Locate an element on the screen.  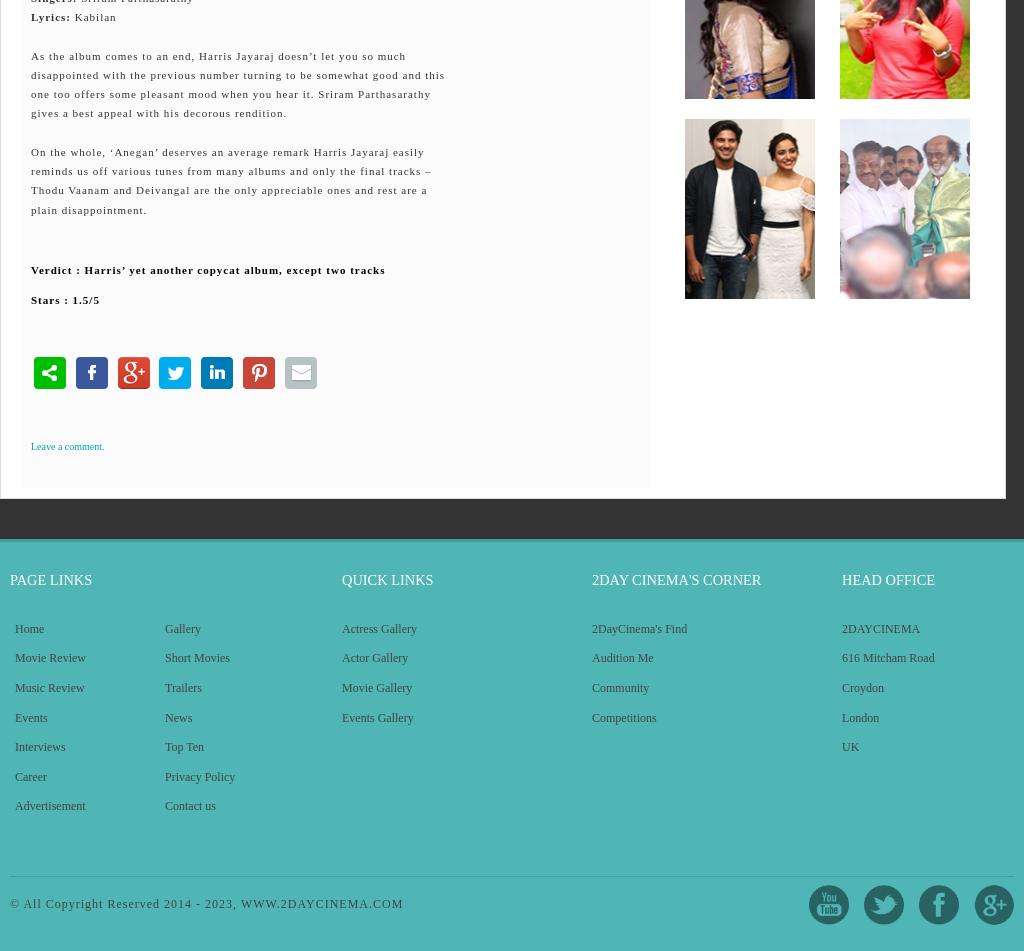
'reminds us off various tunes from many albums and only the final tracks –' is located at coordinates (230, 170).